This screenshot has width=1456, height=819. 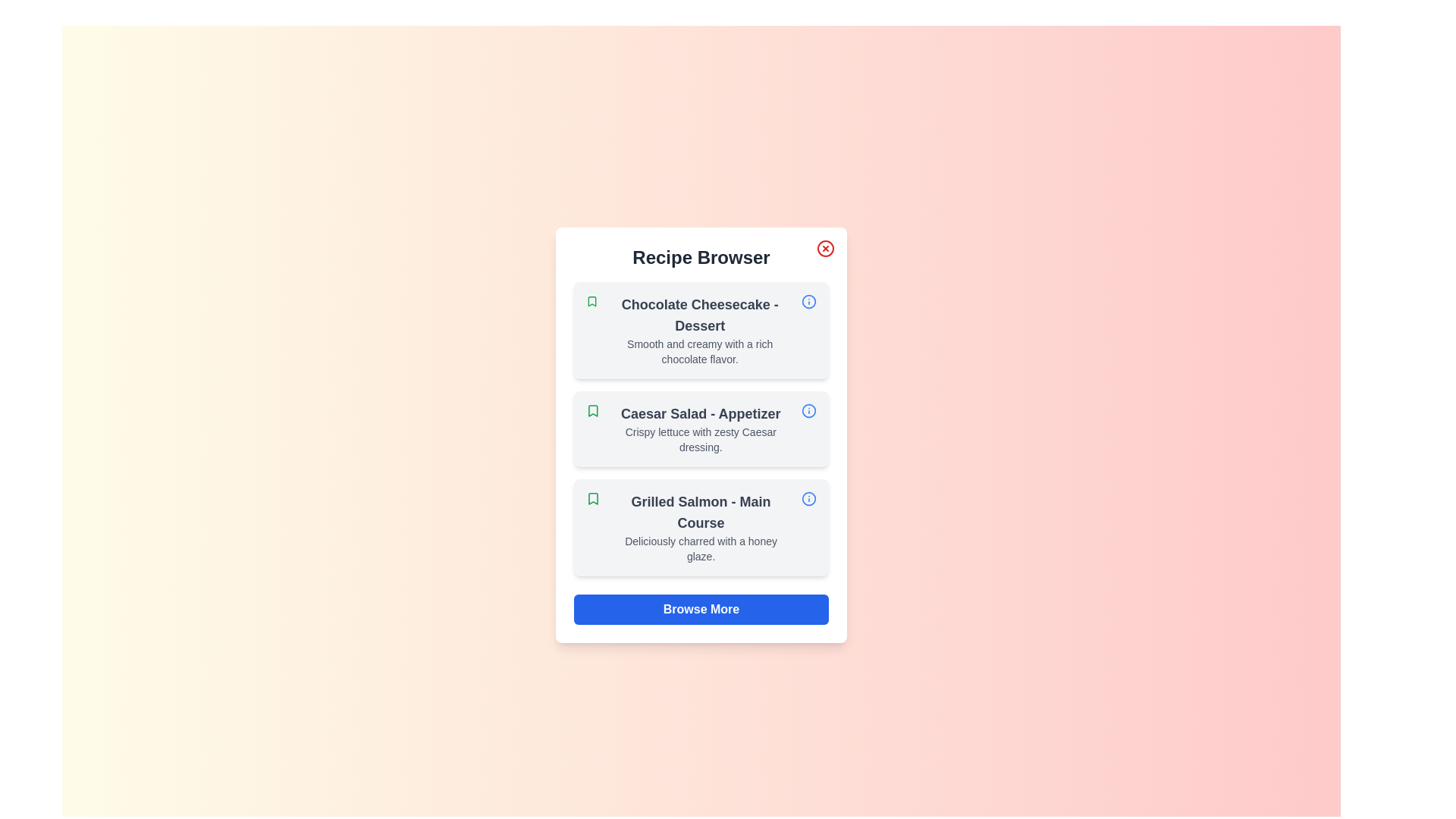 I want to click on the bookmark icon for the recipe titled 'Chocolate Cheesecake', so click(x=591, y=301).